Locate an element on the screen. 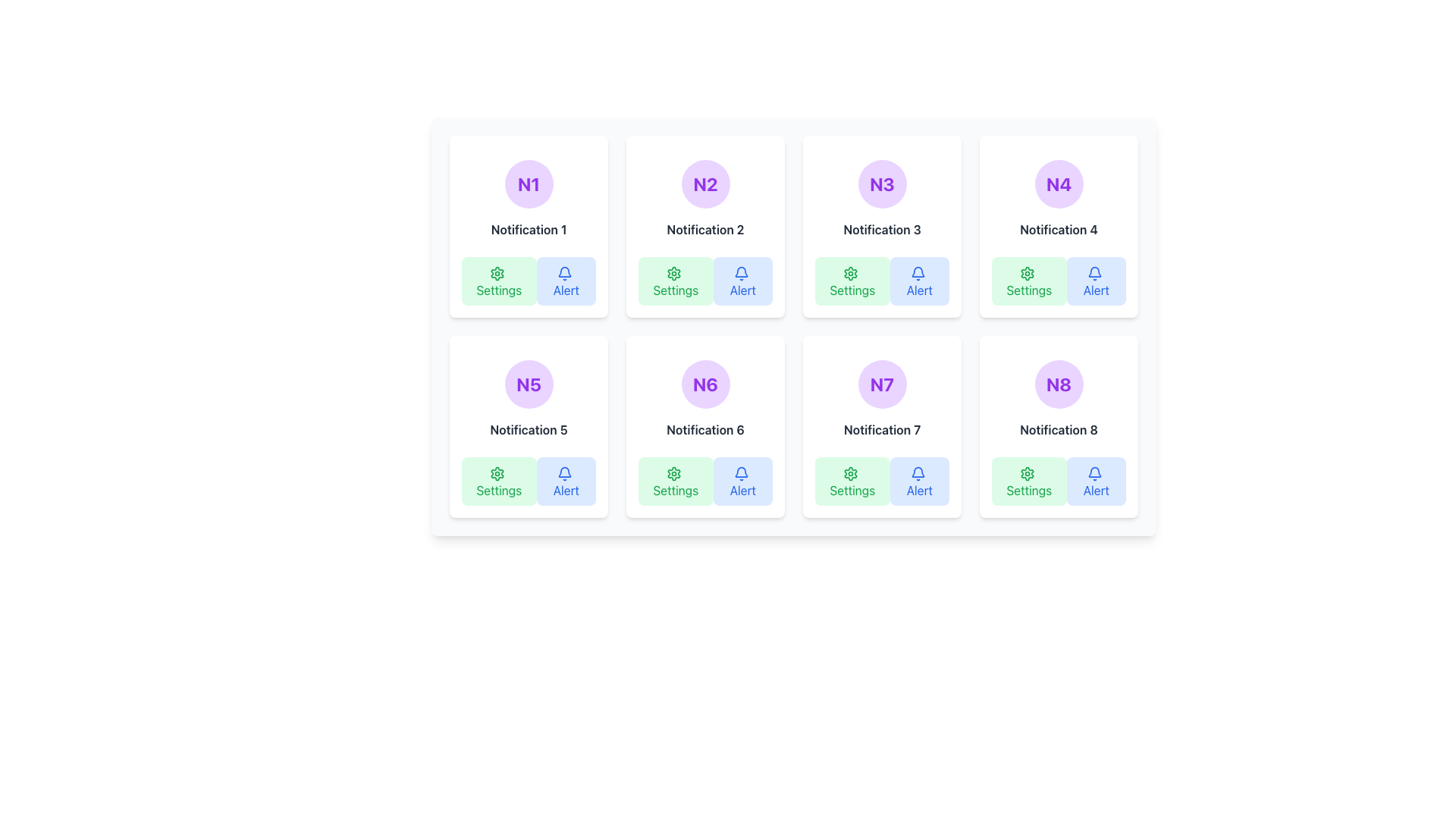 The width and height of the screenshot is (1456, 819). the settings button located under 'Notification 6', which is the first button in the second row of the button group at the bottom of the notification block is located at coordinates (675, 482).